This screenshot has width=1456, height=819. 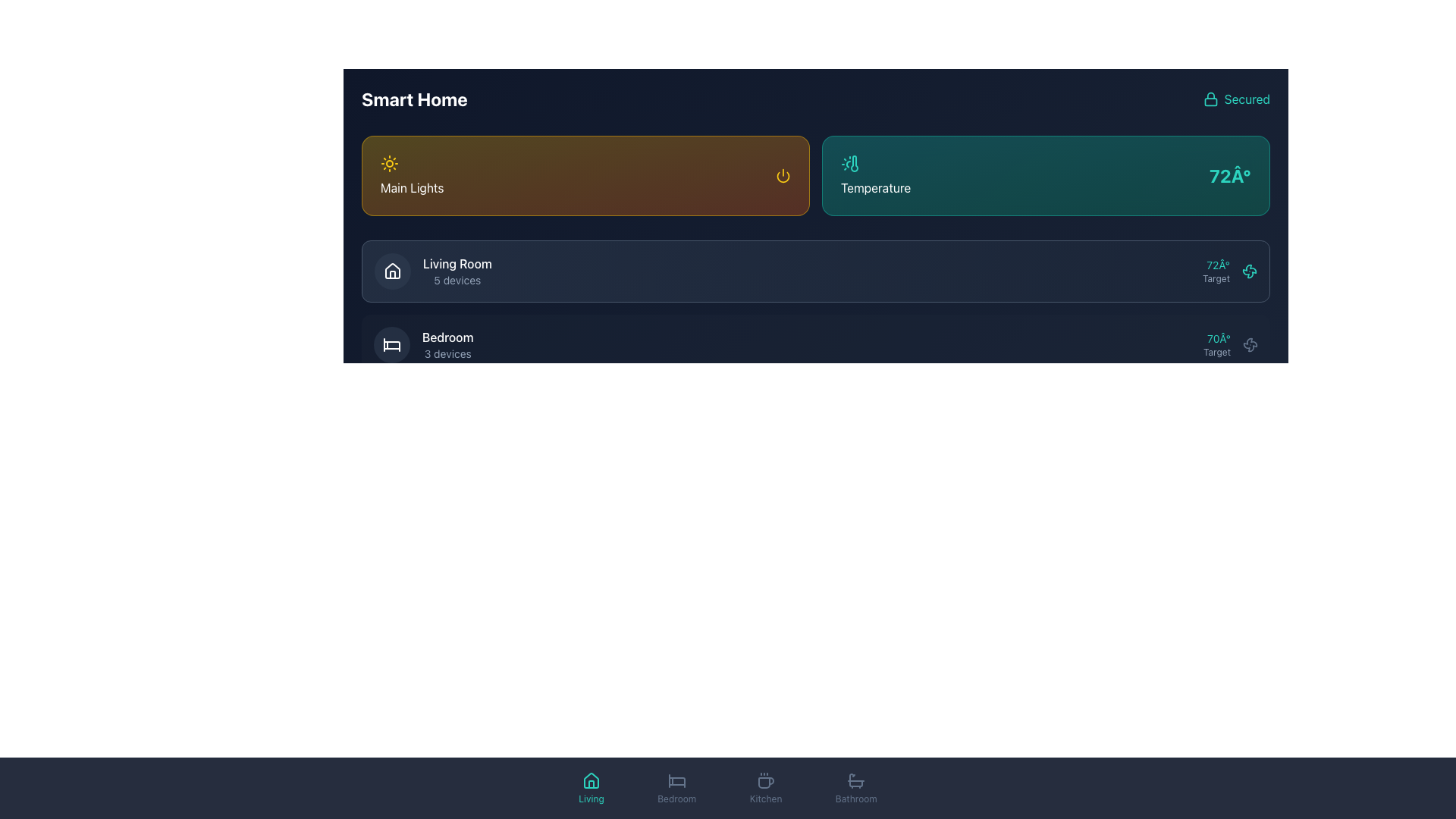 What do you see at coordinates (856, 780) in the screenshot?
I see `the 'Bathroom' icon in the bottom navigation bar` at bounding box center [856, 780].